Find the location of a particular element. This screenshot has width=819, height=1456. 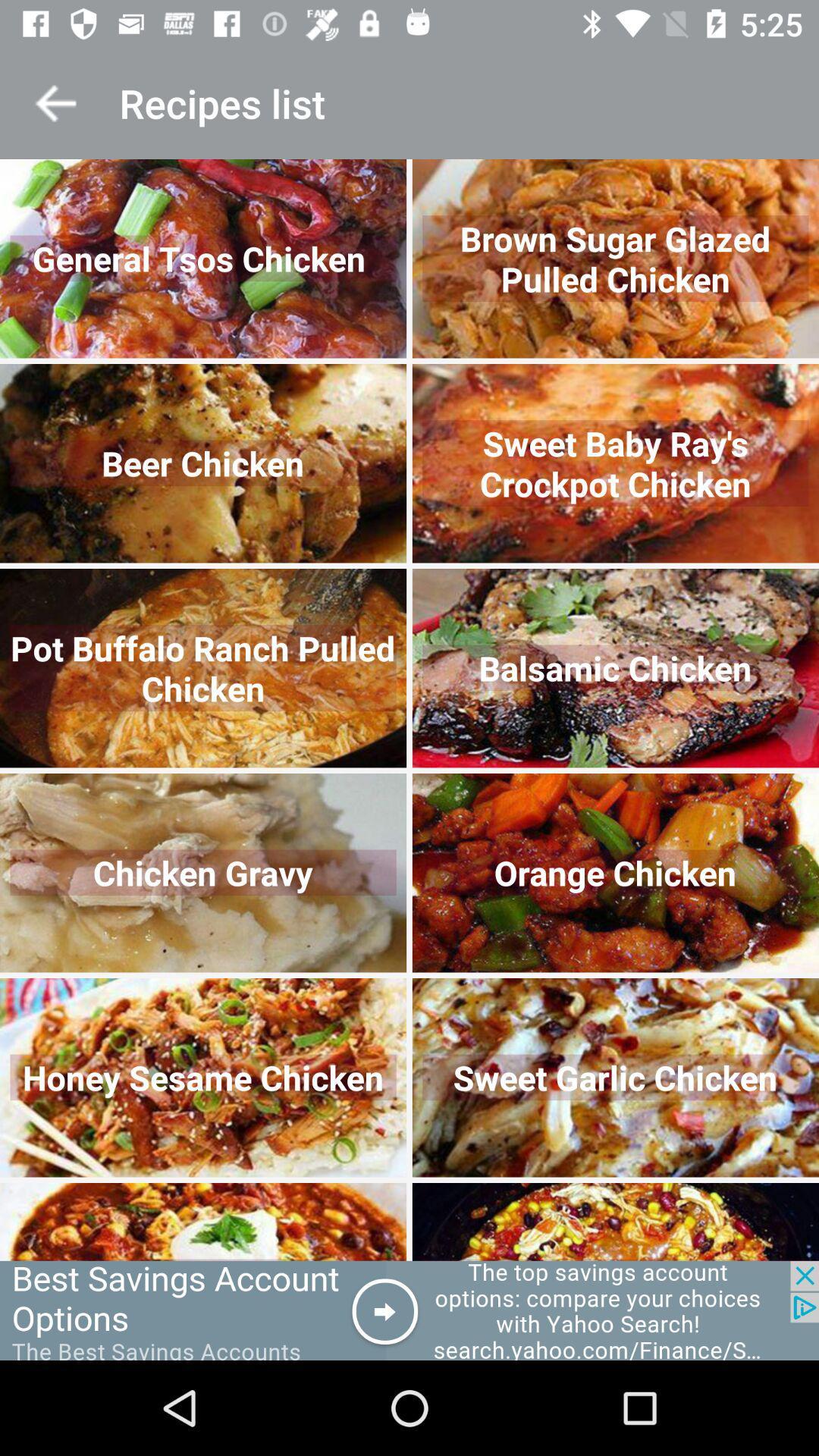

seta para voltar a anterior is located at coordinates (55, 102).